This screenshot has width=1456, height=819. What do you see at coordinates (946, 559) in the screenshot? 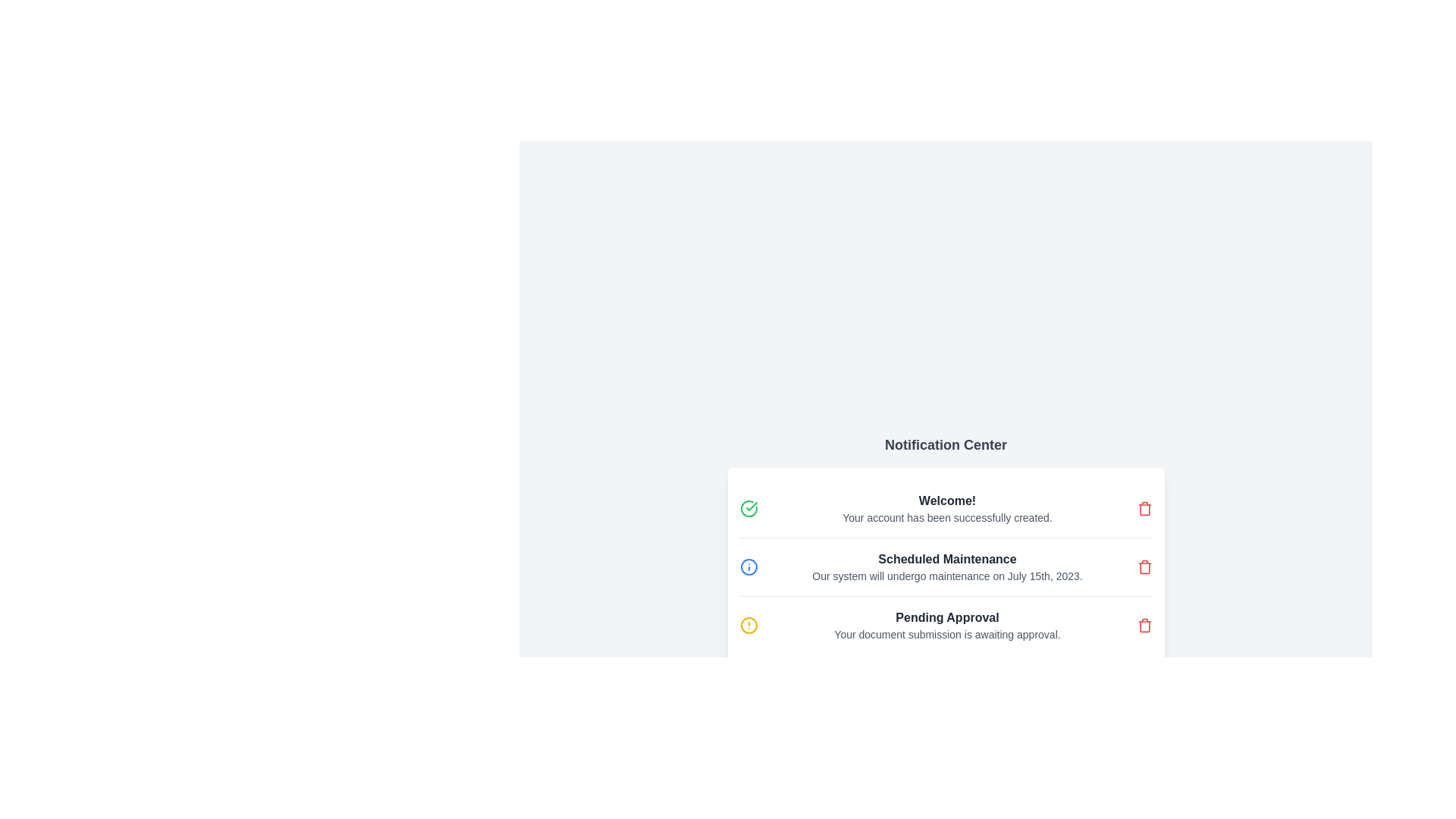
I see `the Text Label that serves as a heading for the notification, which is centered within the notification card and positioned above the text 'Our system will undergo maintenance on July 15th, 2023.'` at bounding box center [946, 559].